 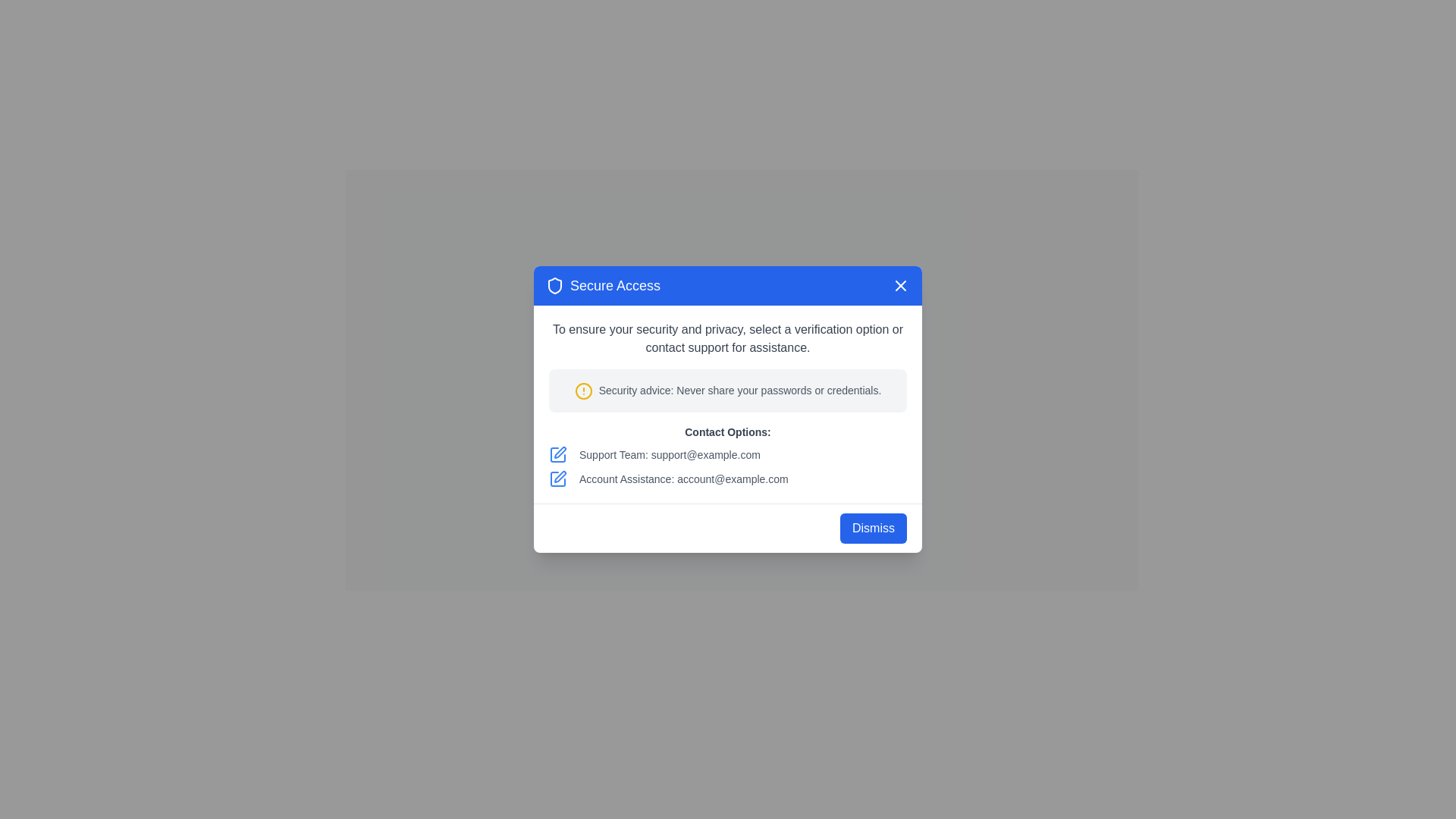 I want to click on the Informational text element that displays 'Support Team: support@example.com', which is accompanied by a blue pen icon, located under the 'Contact Options:' heading, so click(x=728, y=453).